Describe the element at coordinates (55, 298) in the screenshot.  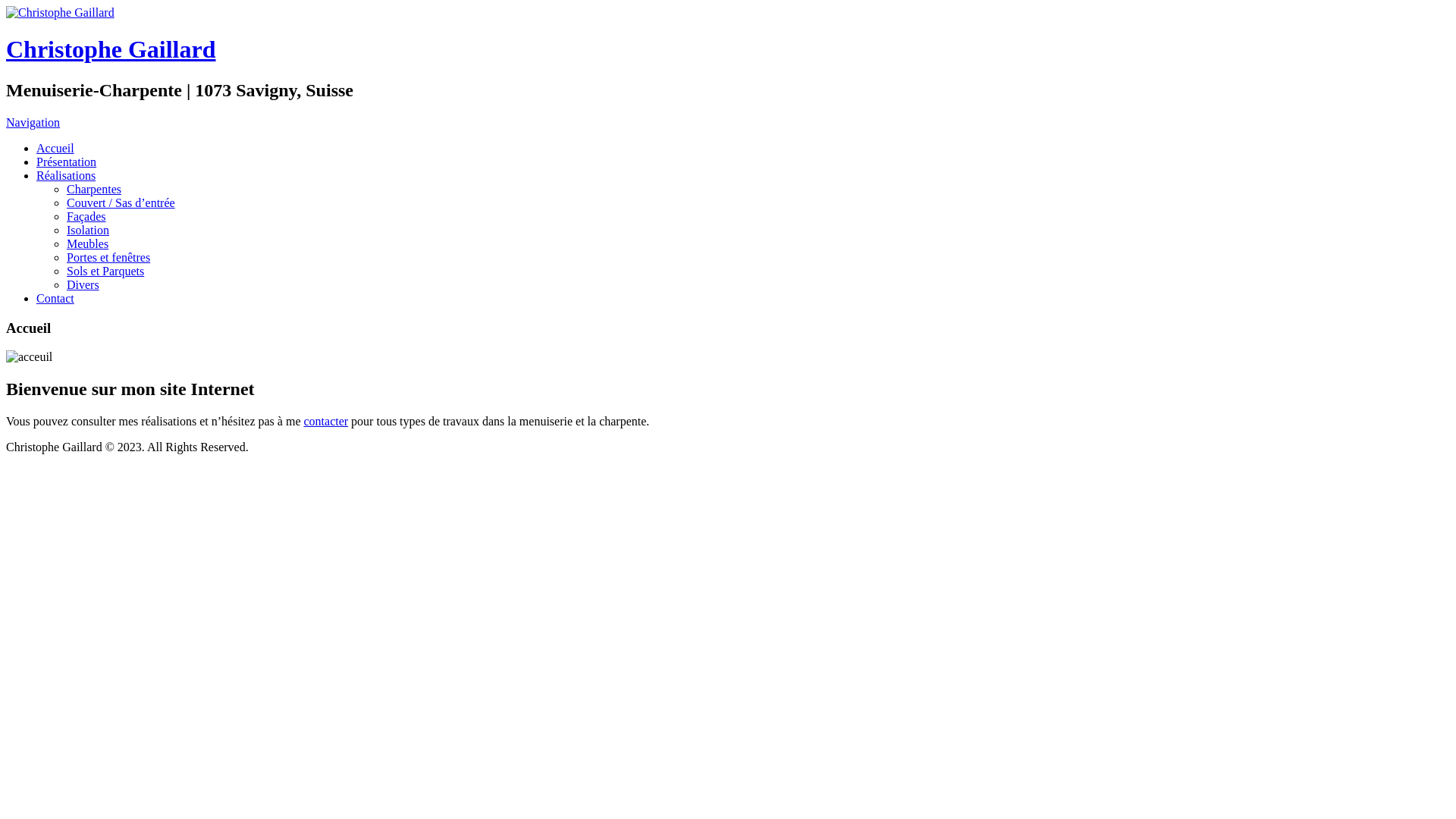
I see `'Contact'` at that location.